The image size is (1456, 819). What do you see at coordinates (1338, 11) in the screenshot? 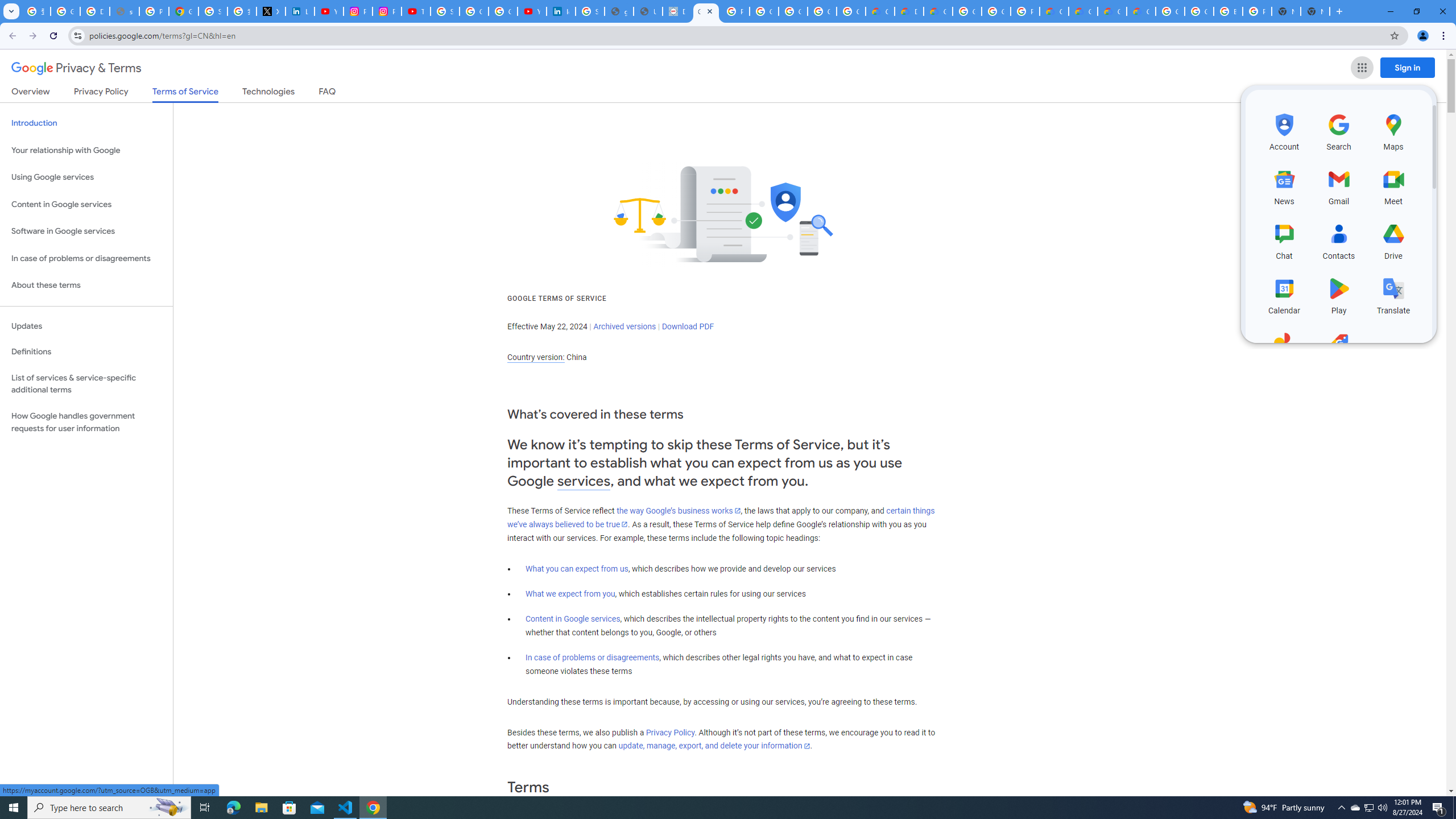
I see `'New Tab'` at bounding box center [1338, 11].